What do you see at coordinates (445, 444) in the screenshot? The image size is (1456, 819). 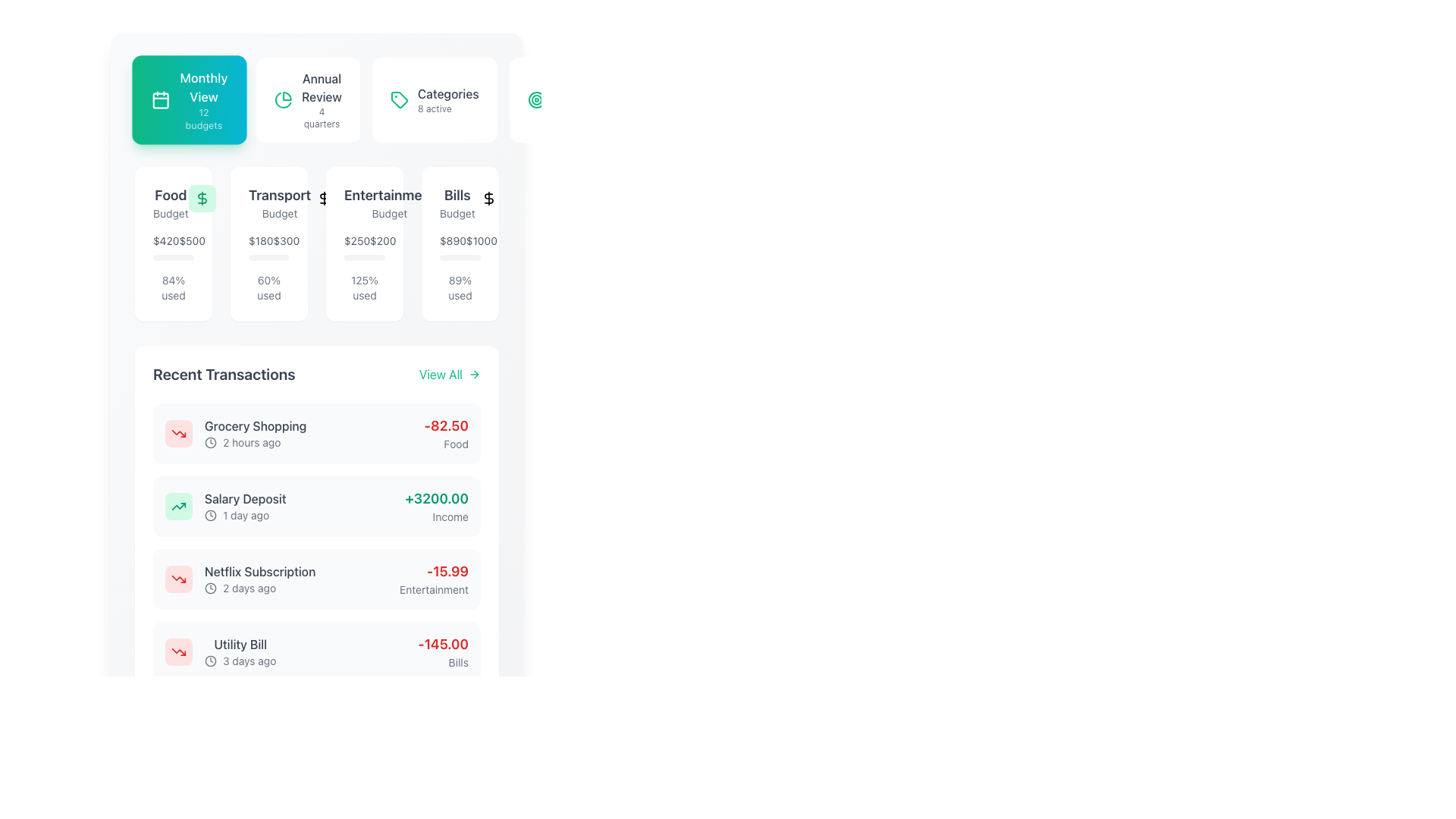 I see `text label indicating the category of the transaction located in the 'Recent Transactions' section, directly beneath the '-82.50' red text associated with 'Grocery Shopping.'` at bounding box center [445, 444].